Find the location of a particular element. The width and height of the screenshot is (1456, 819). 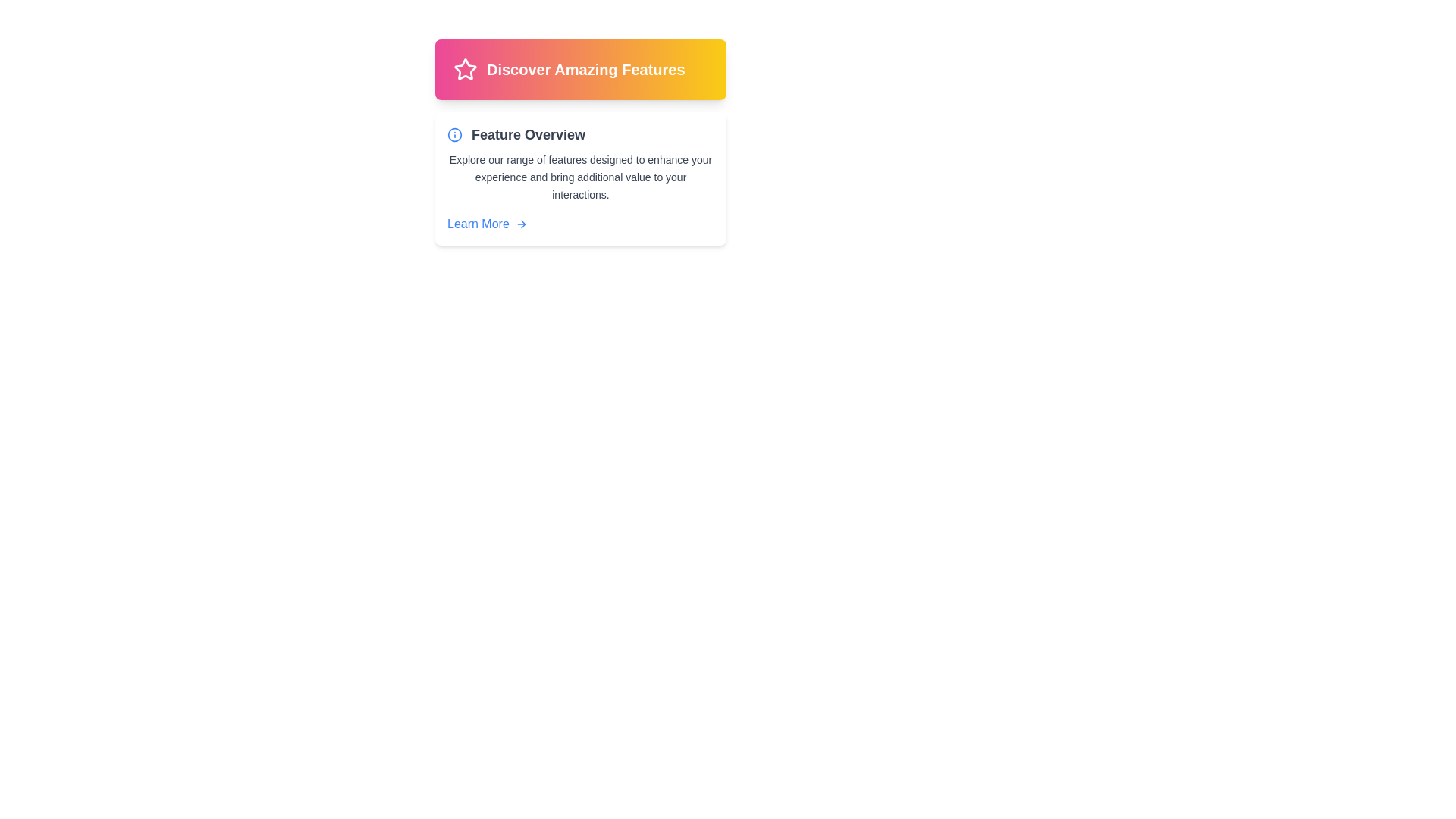

the text element titled 'Feature Overview', which is bolded and larger in font size, located to the right of the info icon within the 'Discover Amazing Features' section is located at coordinates (528, 133).